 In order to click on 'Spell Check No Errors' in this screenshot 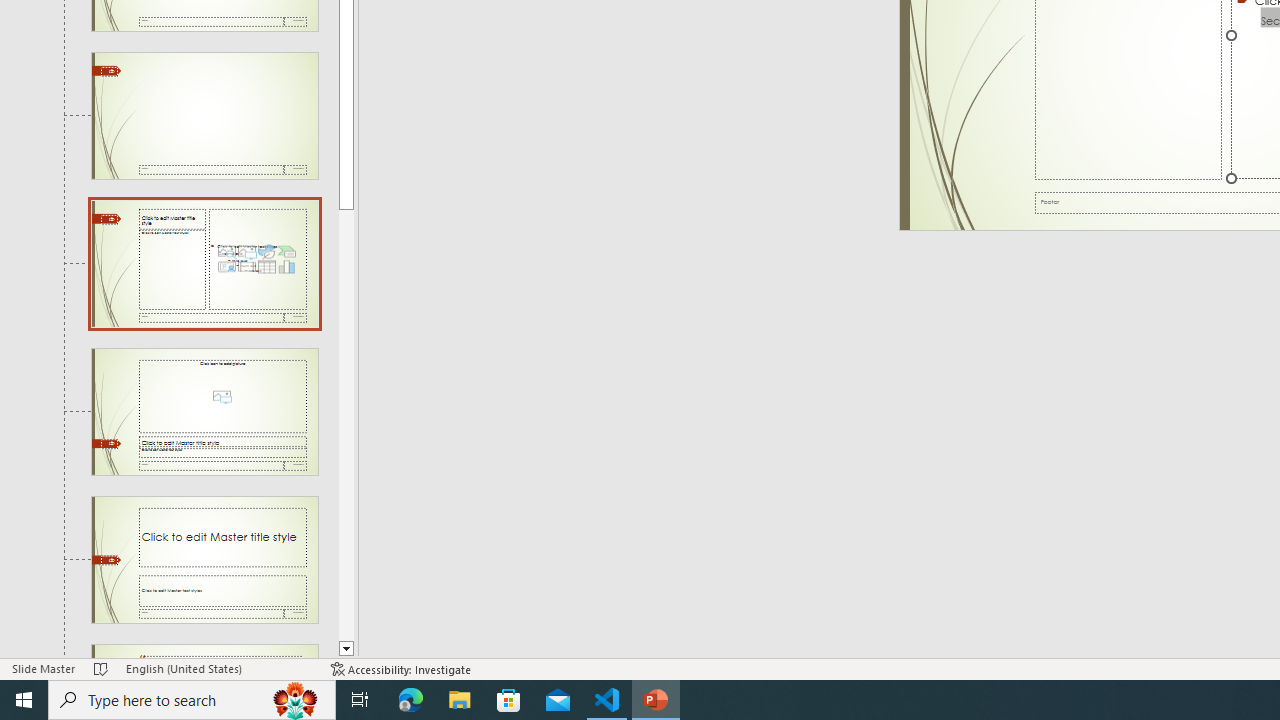, I will do `click(100, 669)`.